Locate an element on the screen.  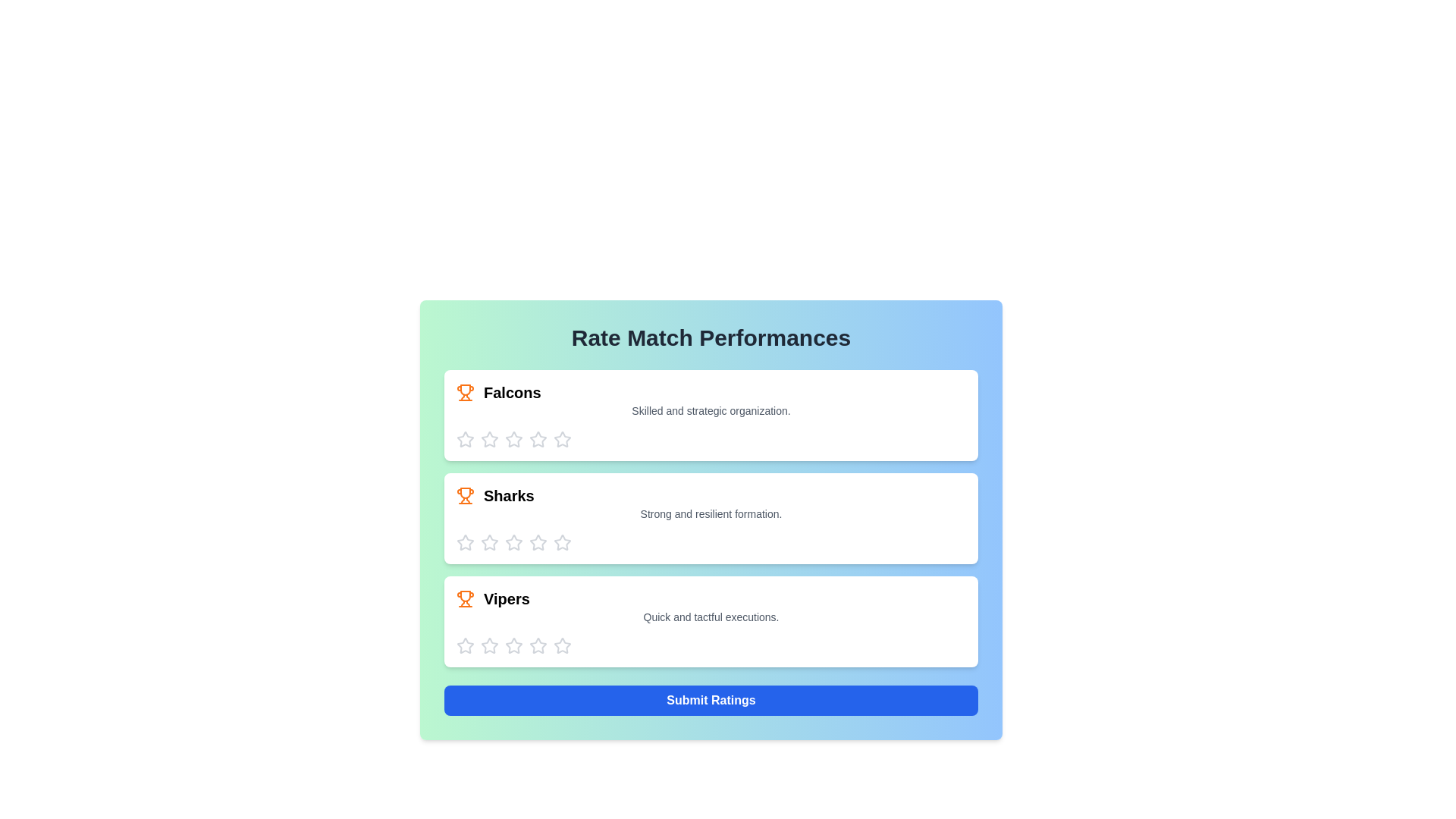
the Sharks team's 2 star to set the rating is located at coordinates (490, 542).